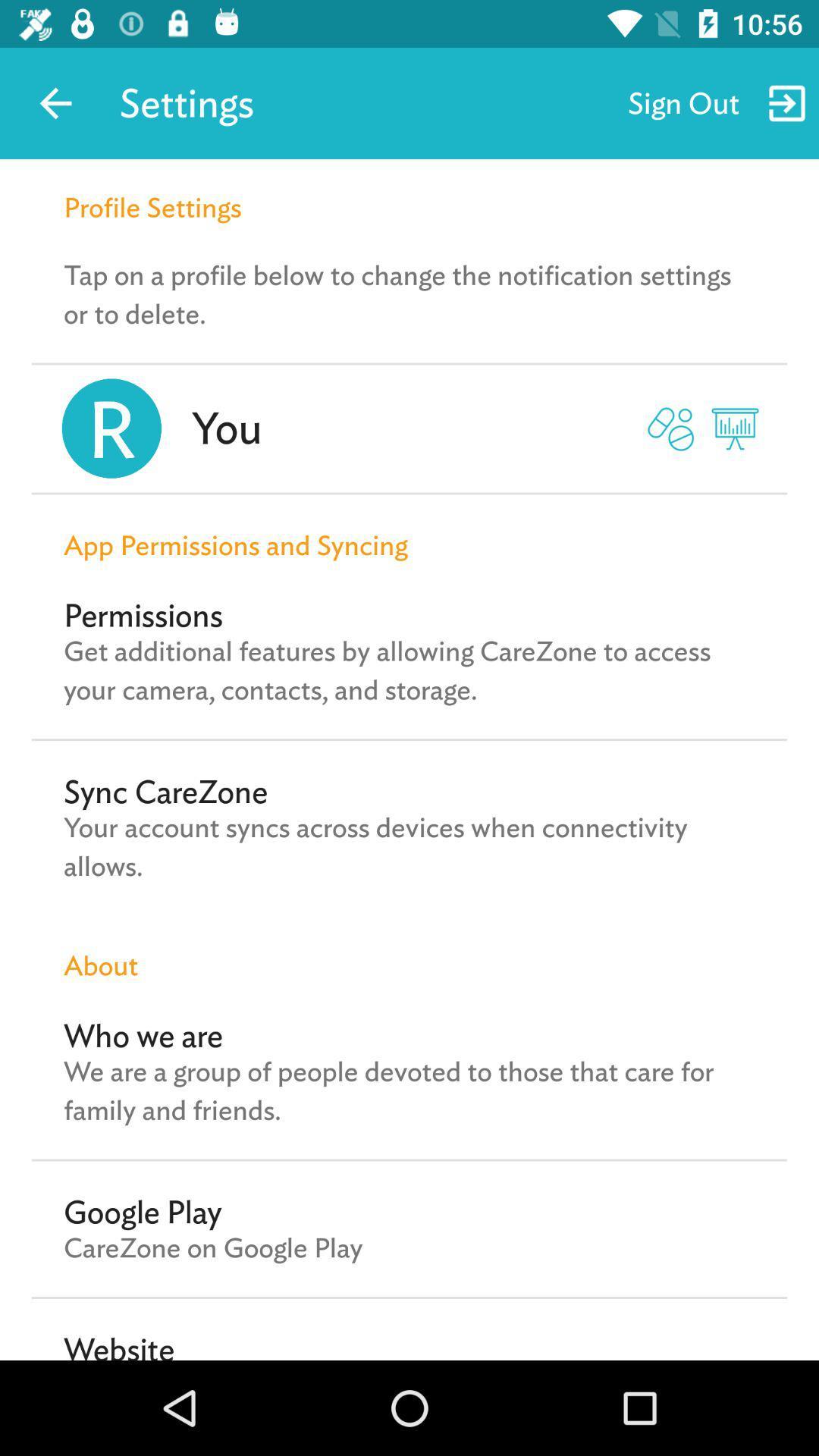  Describe the element at coordinates (409, 846) in the screenshot. I see `your account syncs` at that location.